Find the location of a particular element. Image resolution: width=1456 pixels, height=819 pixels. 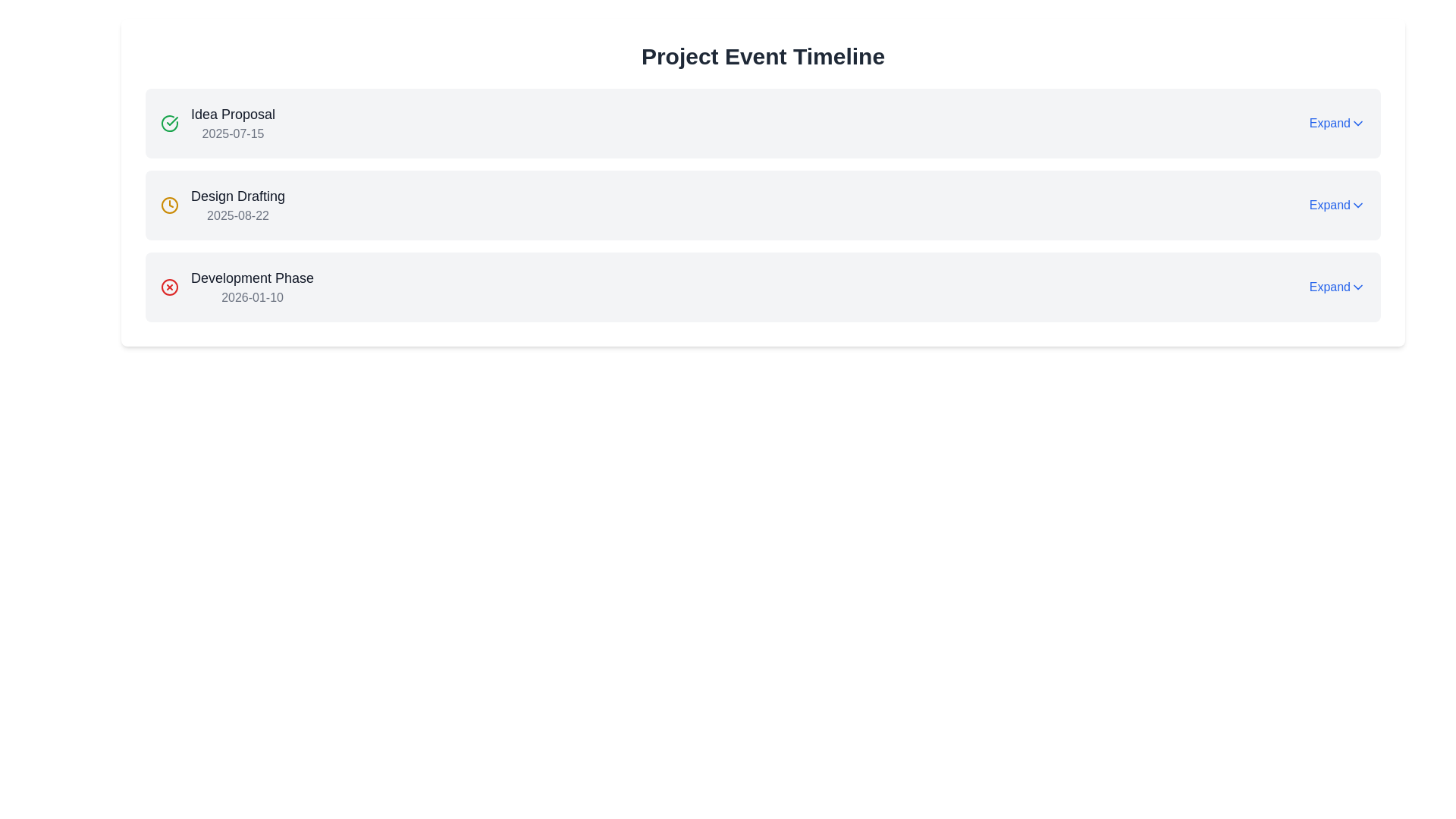

the 'Development Phase' list item is located at coordinates (236, 287).